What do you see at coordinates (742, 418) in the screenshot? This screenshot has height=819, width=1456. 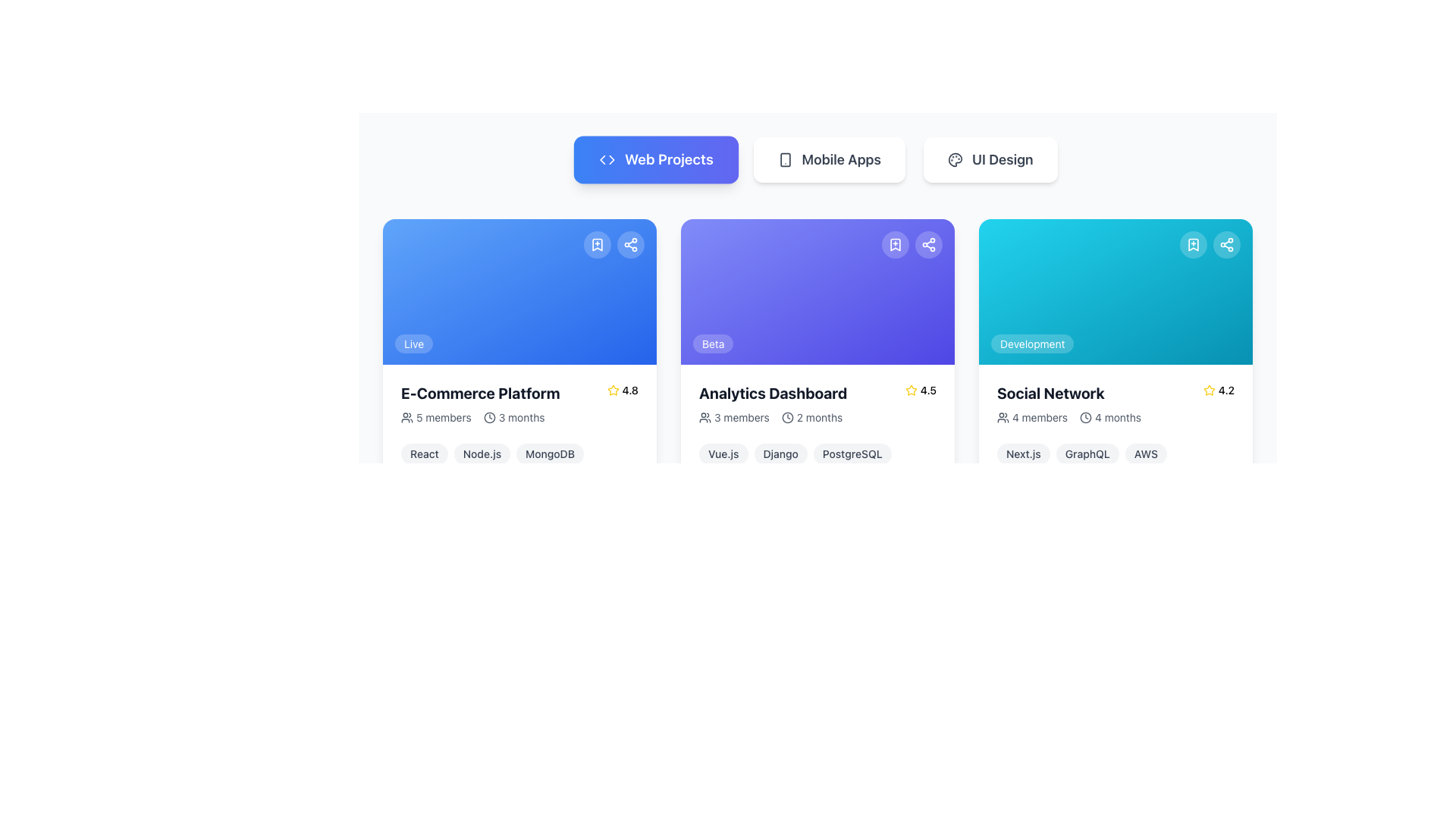 I see `the text label displaying '3 members', which is styled in gray and positioned next to a user icon within the middle card of the triplet layout` at bounding box center [742, 418].